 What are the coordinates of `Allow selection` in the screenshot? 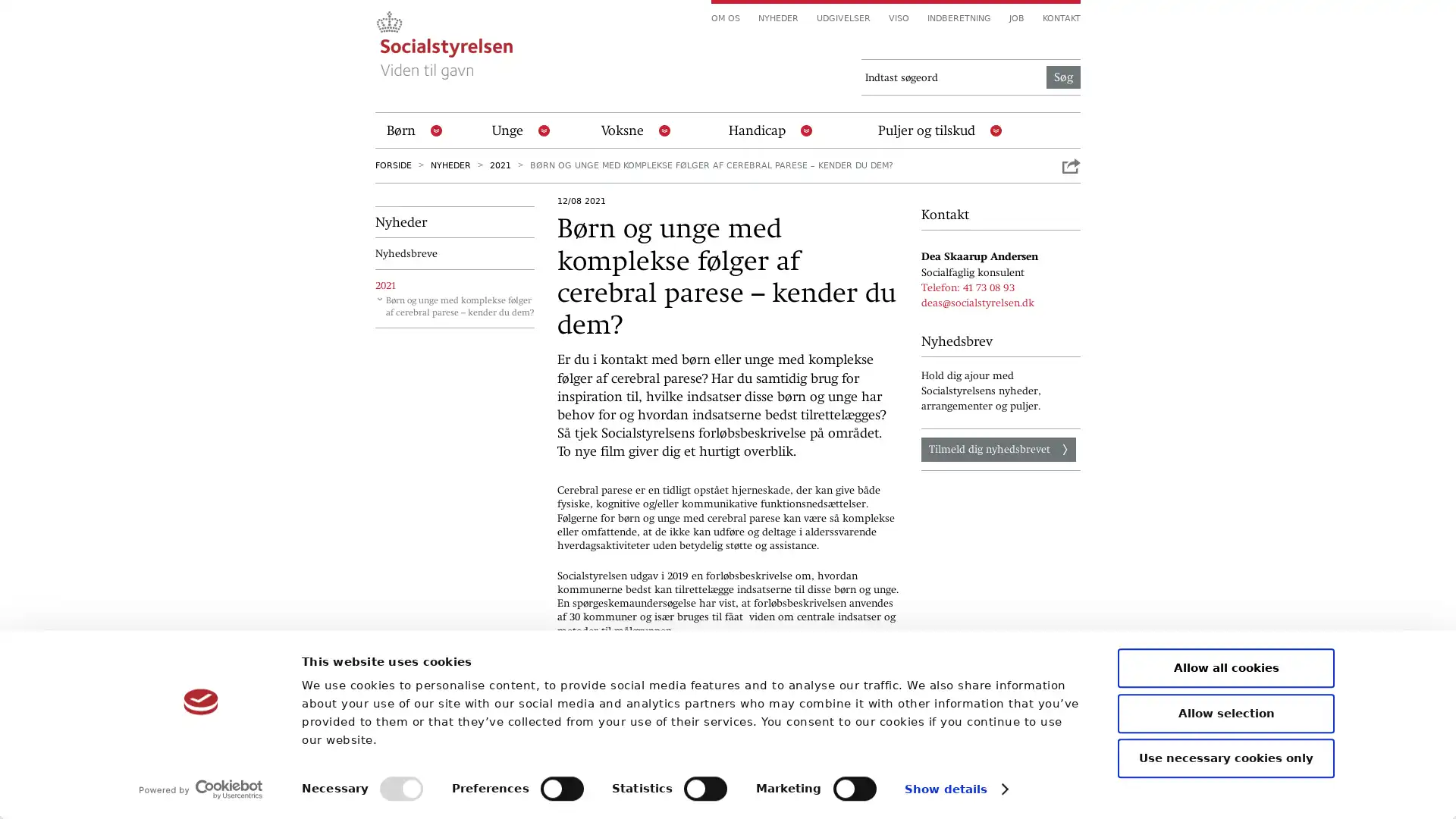 It's located at (1226, 713).